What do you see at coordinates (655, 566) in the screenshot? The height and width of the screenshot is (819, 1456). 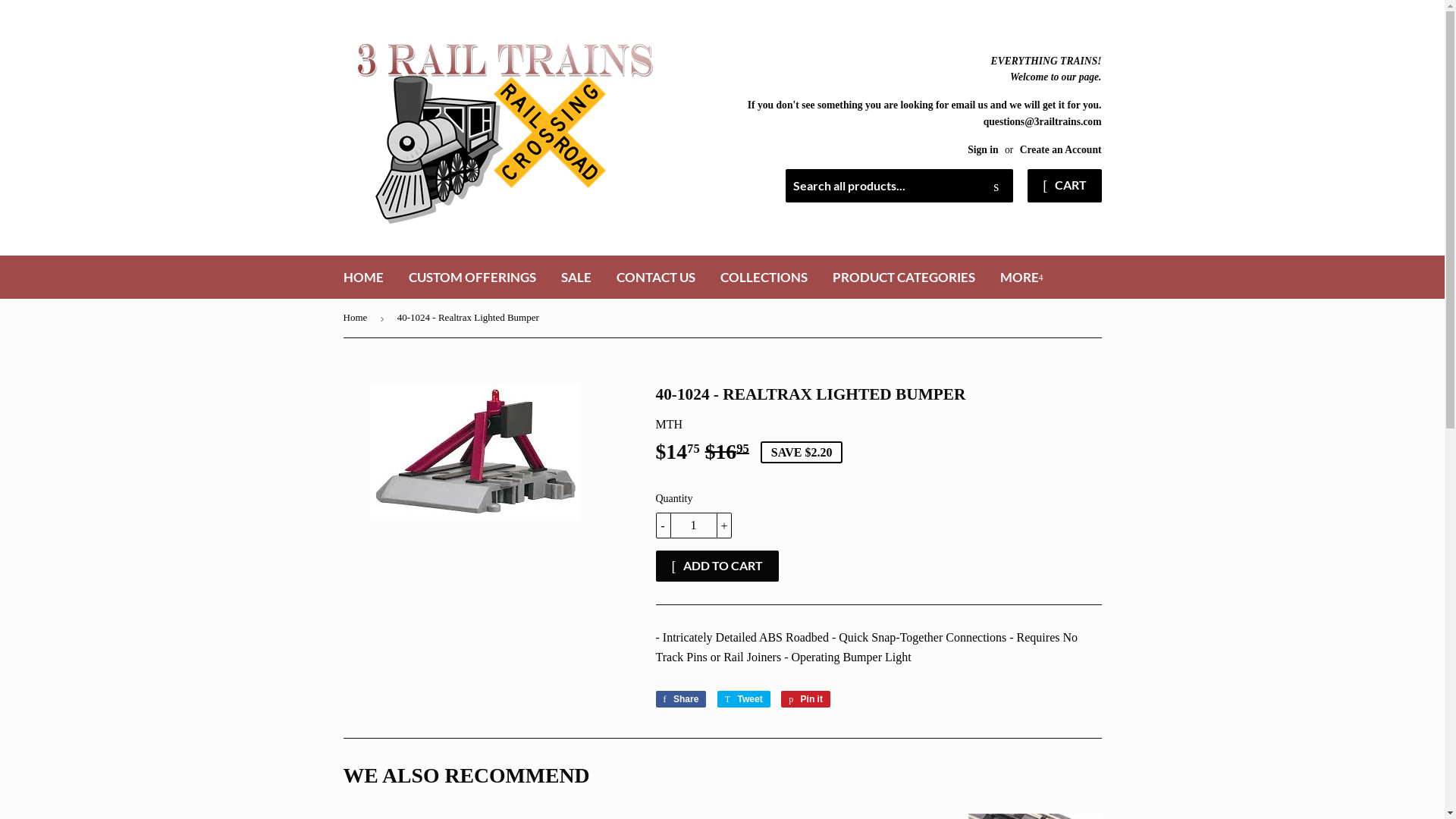 I see `'ADD TO CART'` at bounding box center [655, 566].